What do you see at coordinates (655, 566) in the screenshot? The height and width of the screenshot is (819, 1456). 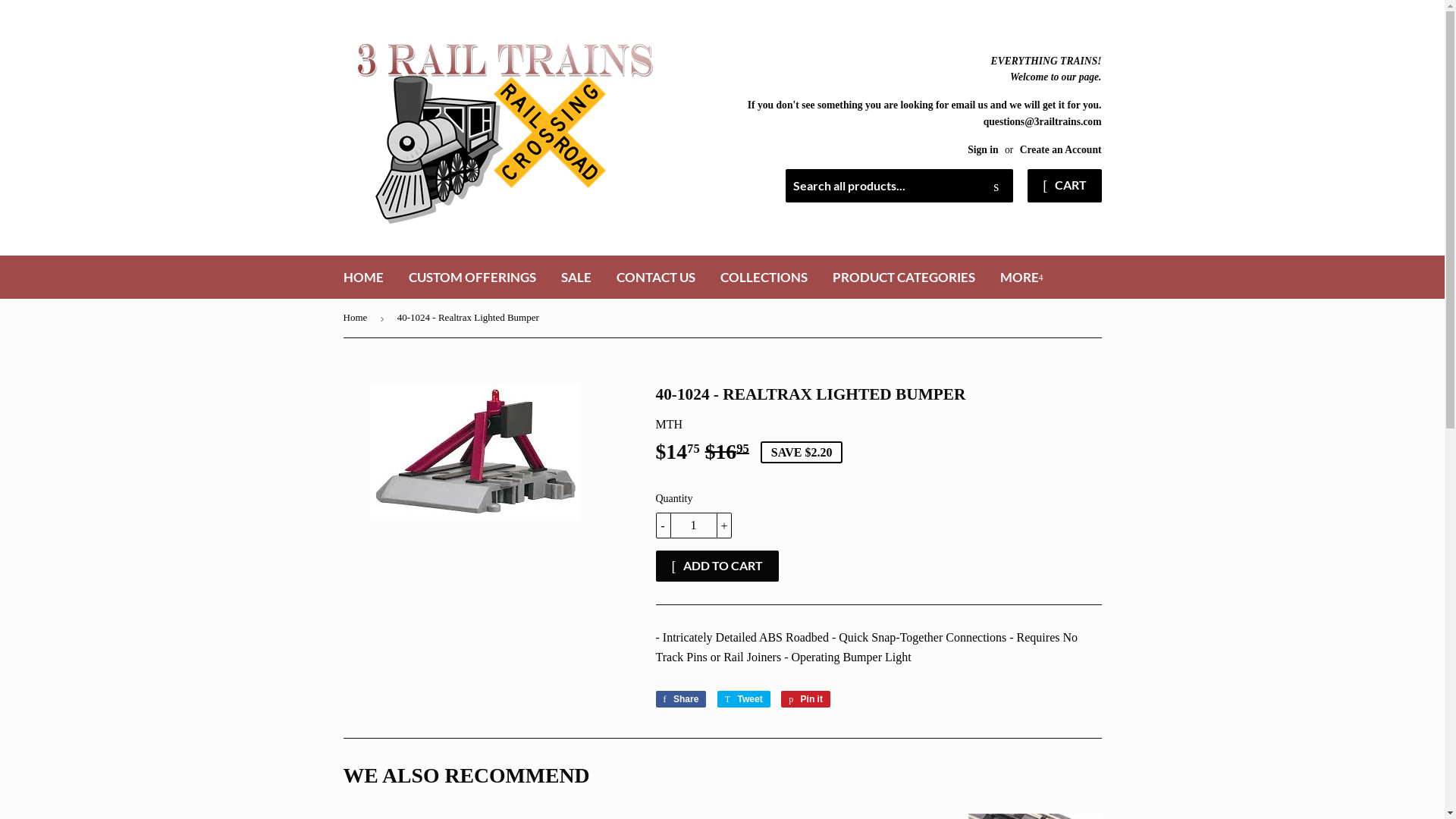 I see `'ADD TO CART'` at bounding box center [655, 566].